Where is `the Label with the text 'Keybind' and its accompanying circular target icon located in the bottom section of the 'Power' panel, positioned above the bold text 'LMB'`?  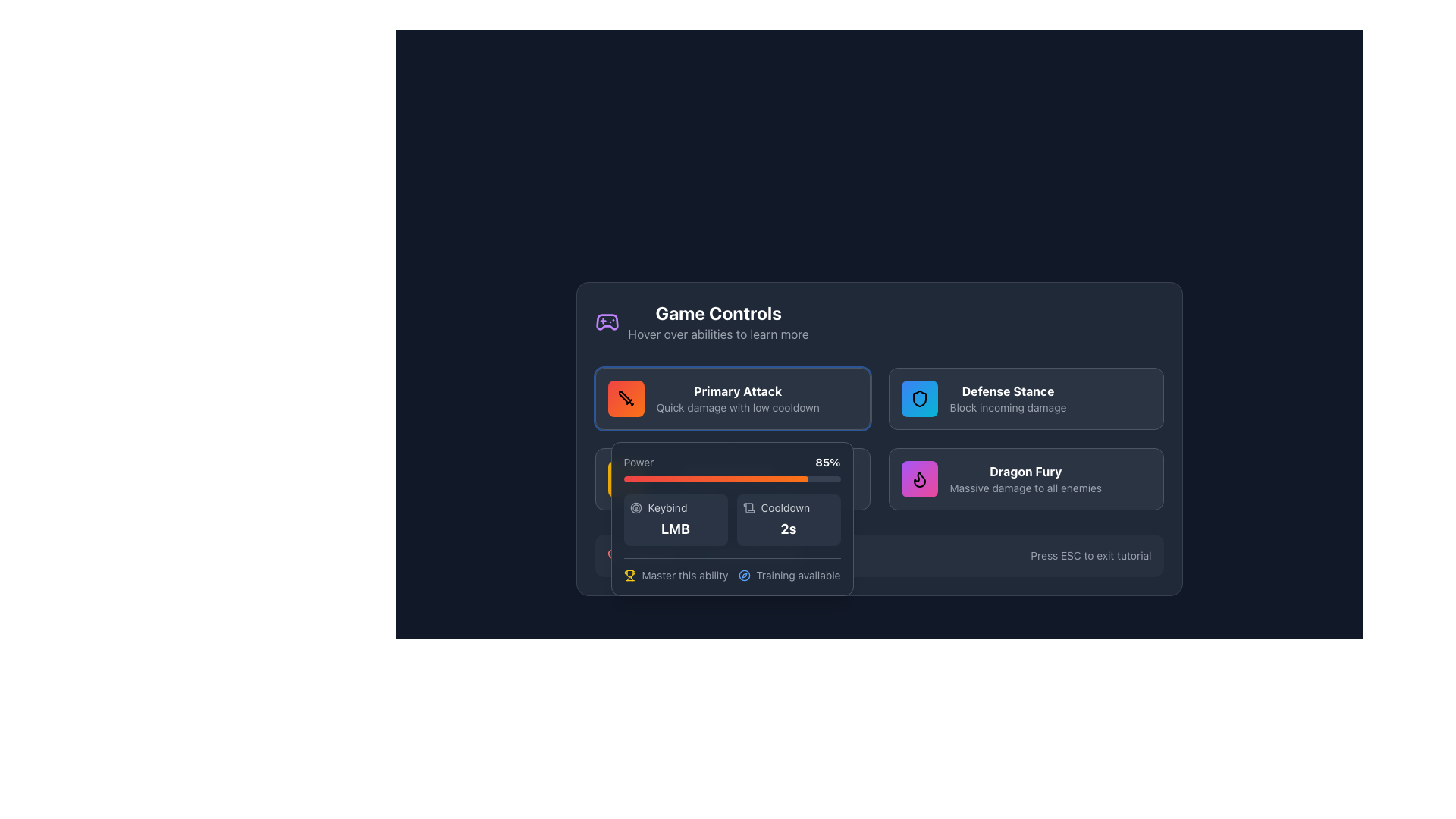 the Label with the text 'Keybind' and its accompanying circular target icon located in the bottom section of the 'Power' panel, positioned above the bold text 'LMB' is located at coordinates (675, 508).